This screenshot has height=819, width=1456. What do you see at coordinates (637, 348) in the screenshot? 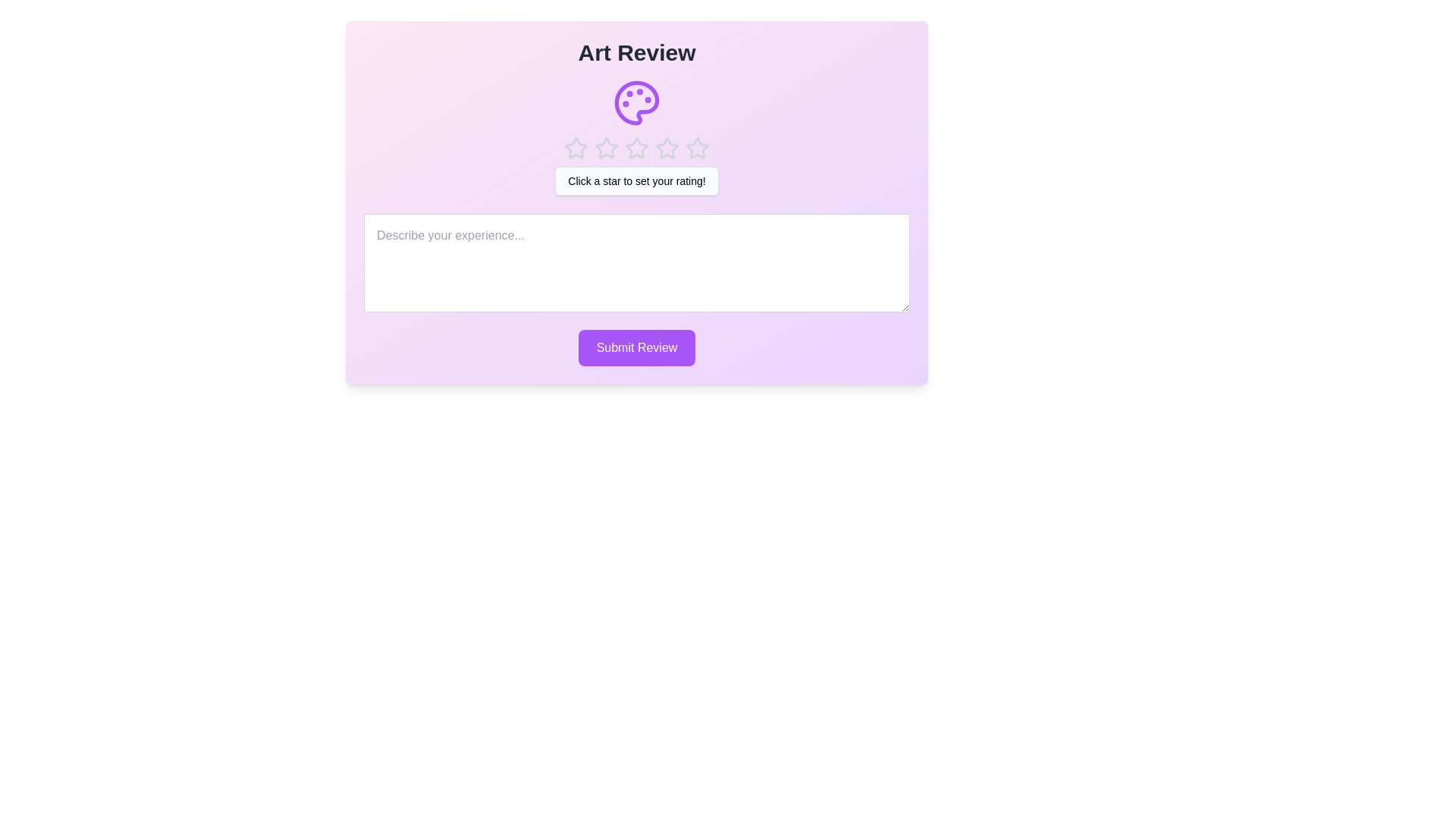
I see `the 'Submit Review' button to submit the review` at bounding box center [637, 348].